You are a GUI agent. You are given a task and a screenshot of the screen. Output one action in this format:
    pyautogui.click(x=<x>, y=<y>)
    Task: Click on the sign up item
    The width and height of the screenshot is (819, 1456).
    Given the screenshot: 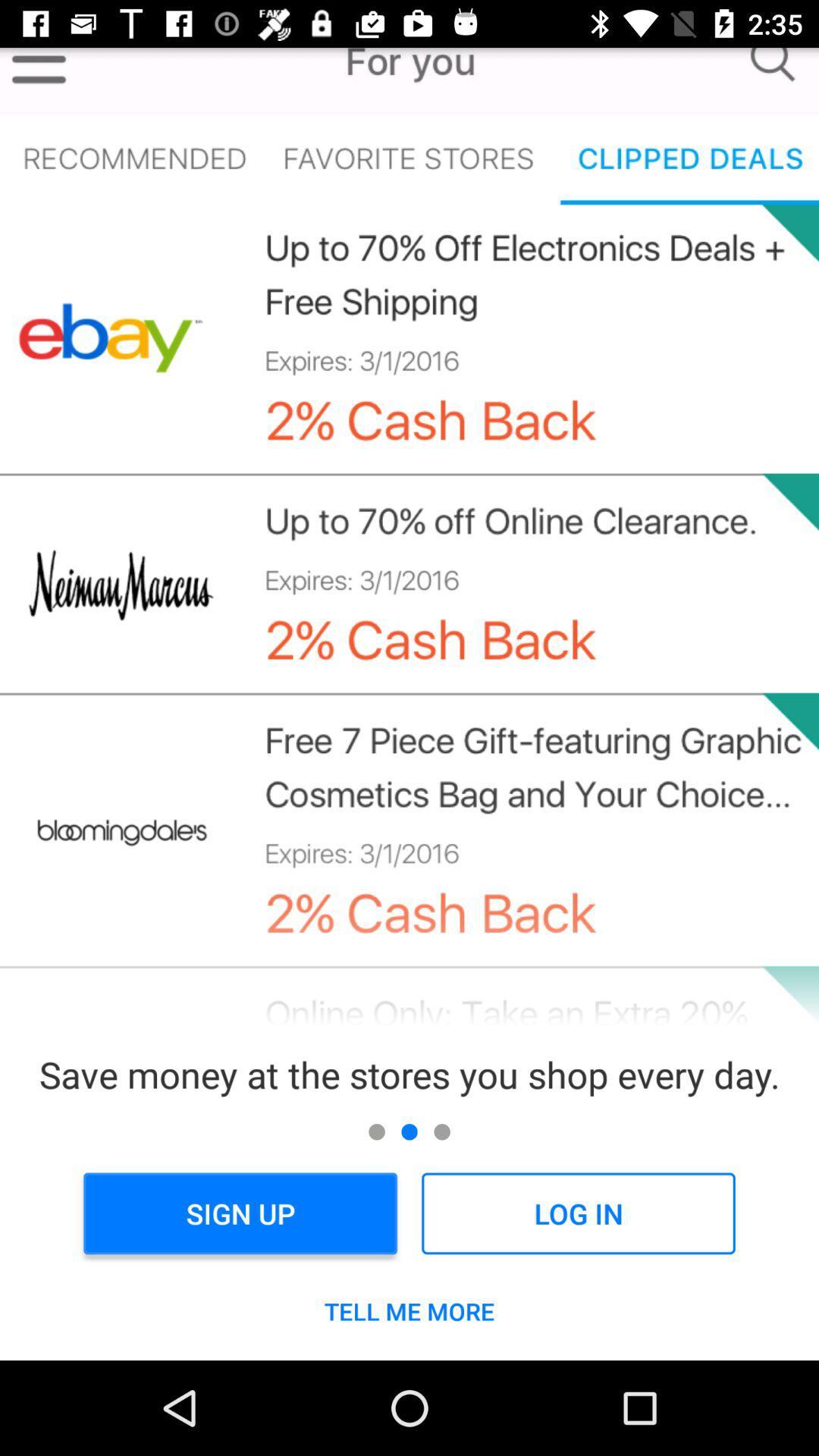 What is the action you would take?
    pyautogui.click(x=240, y=1213)
    